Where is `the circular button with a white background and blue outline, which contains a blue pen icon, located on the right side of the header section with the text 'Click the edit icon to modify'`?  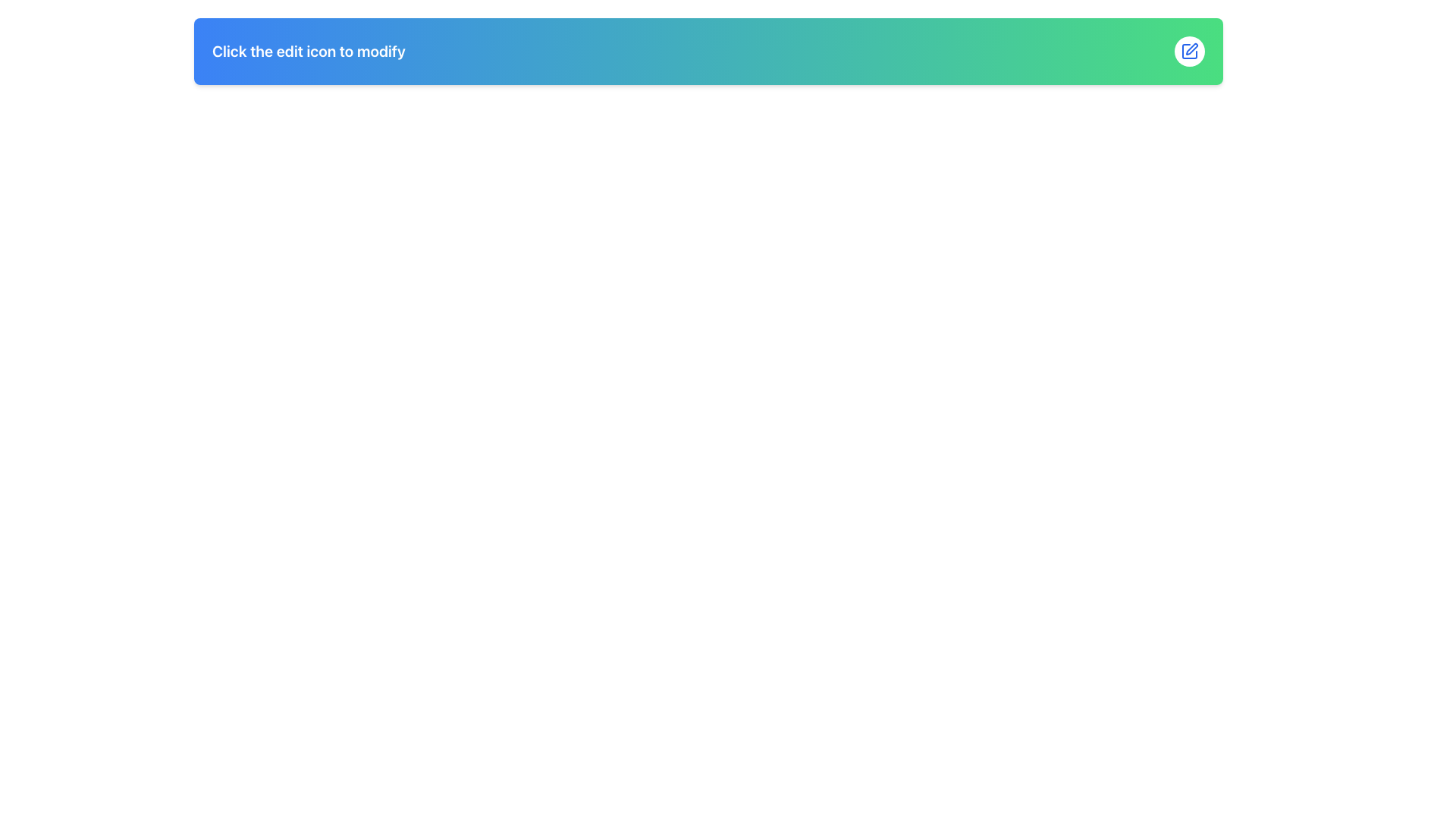 the circular button with a white background and blue outline, which contains a blue pen icon, located on the right side of the header section with the text 'Click the edit icon to modify' is located at coordinates (1189, 51).